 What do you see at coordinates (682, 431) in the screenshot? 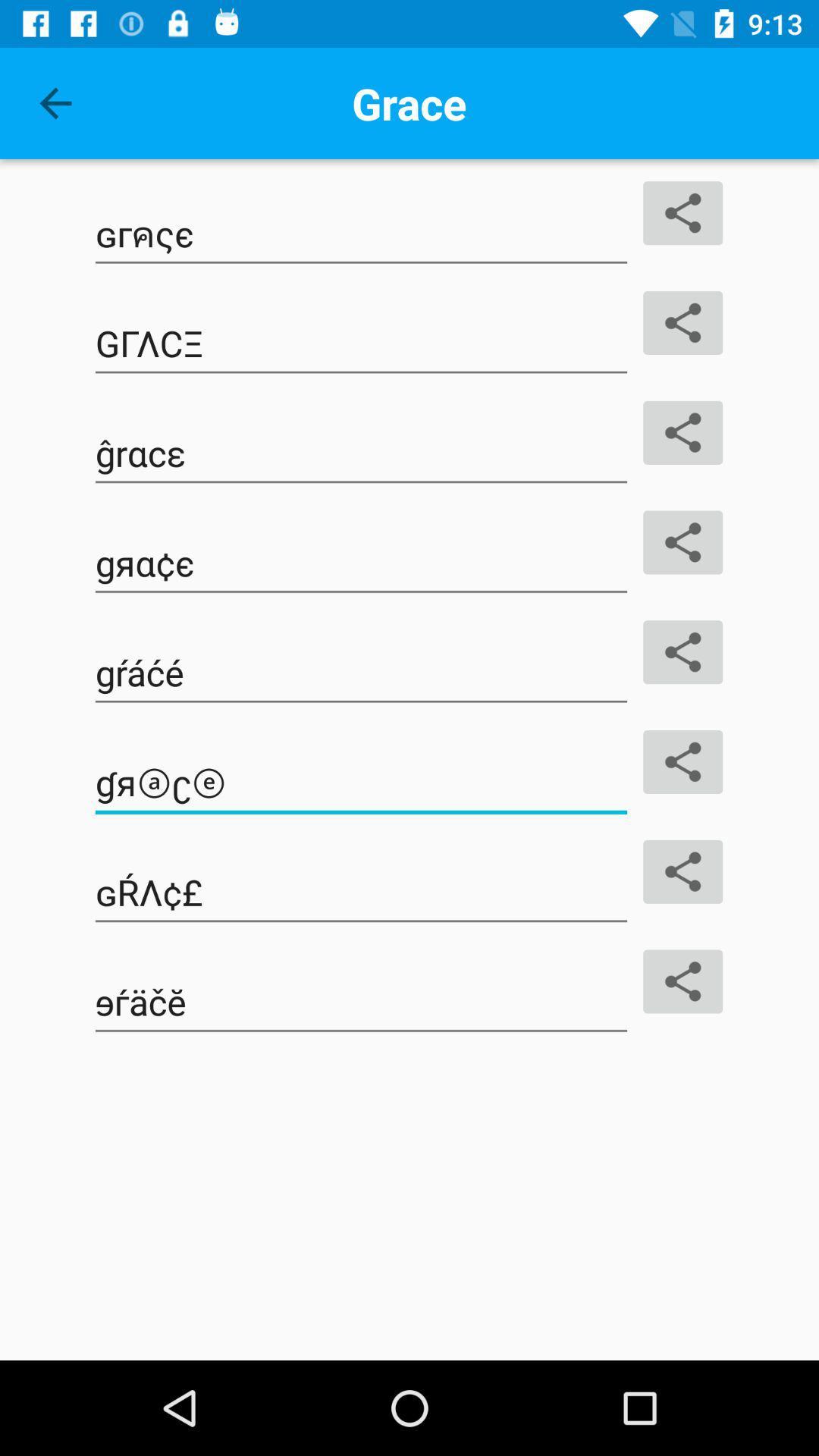
I see `the share icon` at bounding box center [682, 431].